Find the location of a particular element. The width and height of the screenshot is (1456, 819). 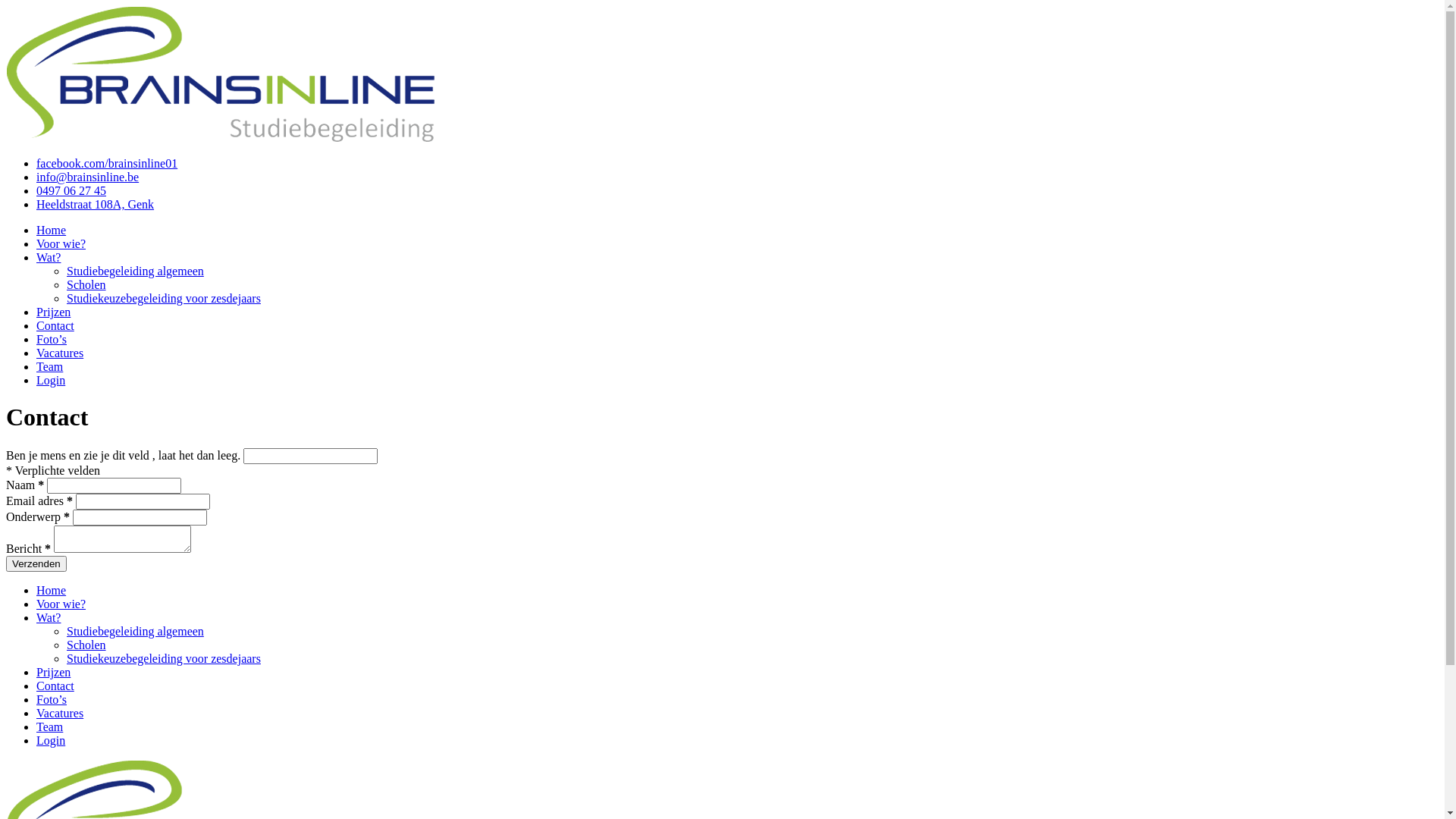

'Prijzen' is located at coordinates (36, 311).